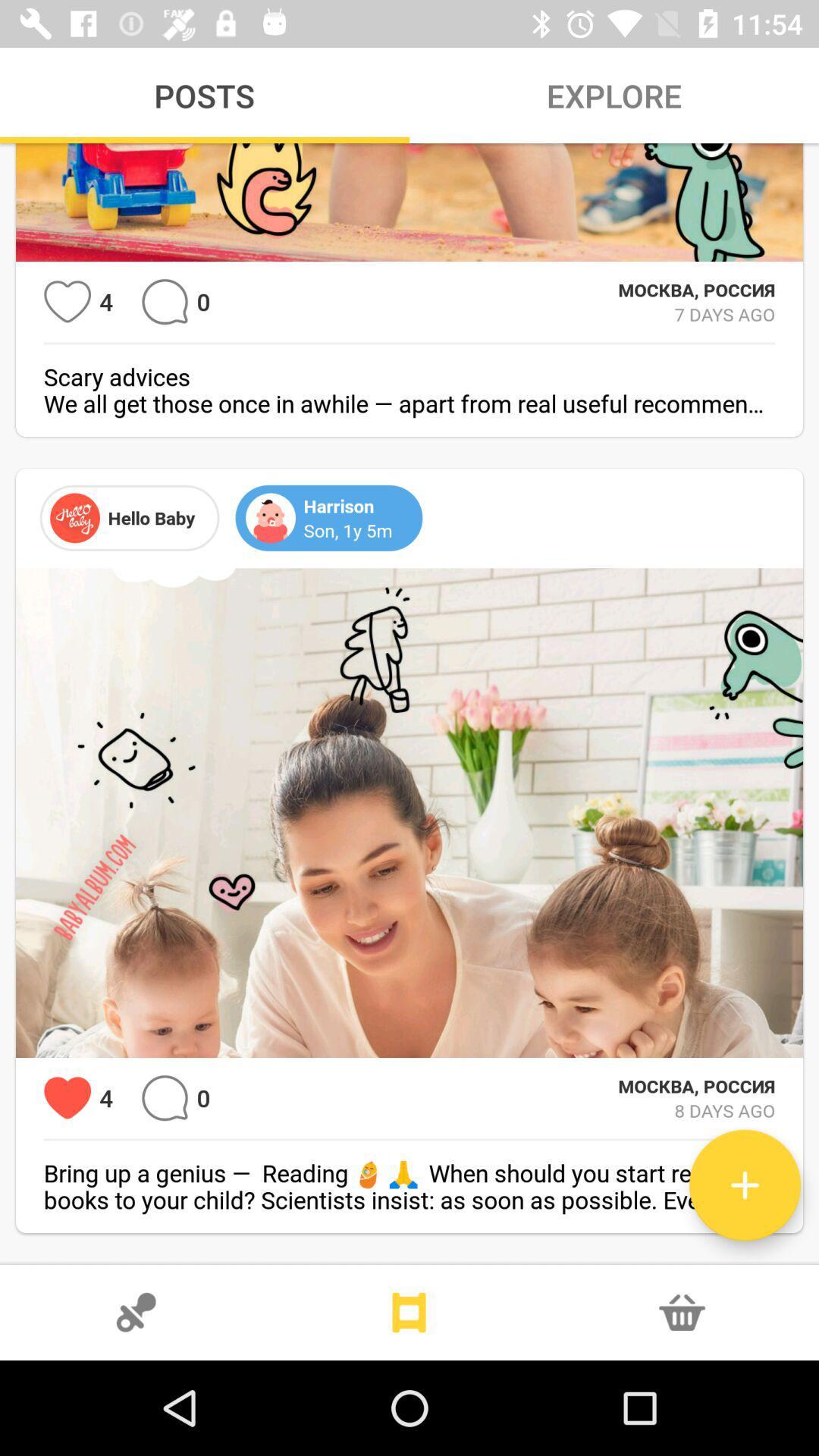  What do you see at coordinates (409, 1312) in the screenshot?
I see `see more videos` at bounding box center [409, 1312].